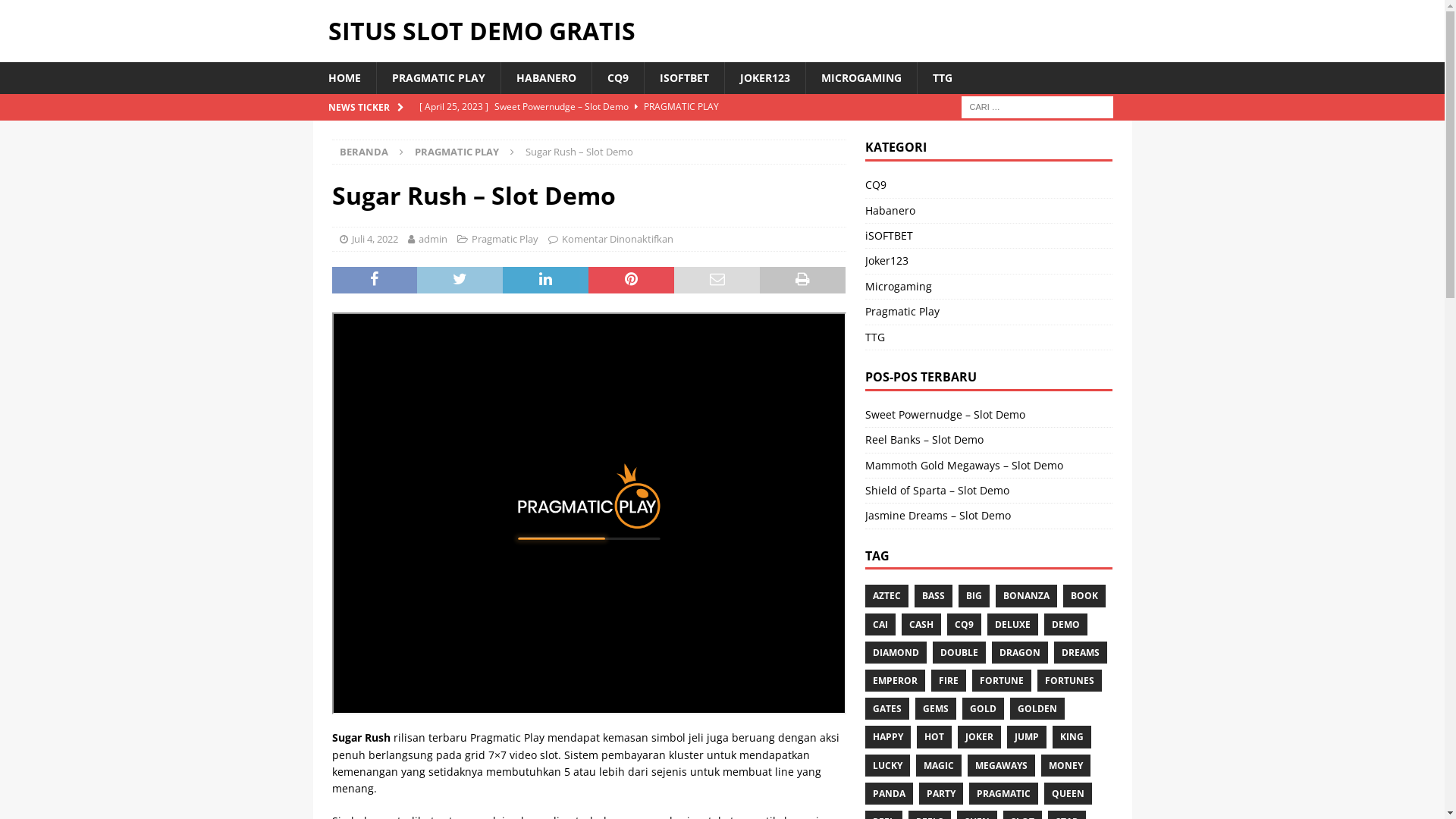 This screenshot has height=819, width=1456. I want to click on 'admin', so click(432, 239).